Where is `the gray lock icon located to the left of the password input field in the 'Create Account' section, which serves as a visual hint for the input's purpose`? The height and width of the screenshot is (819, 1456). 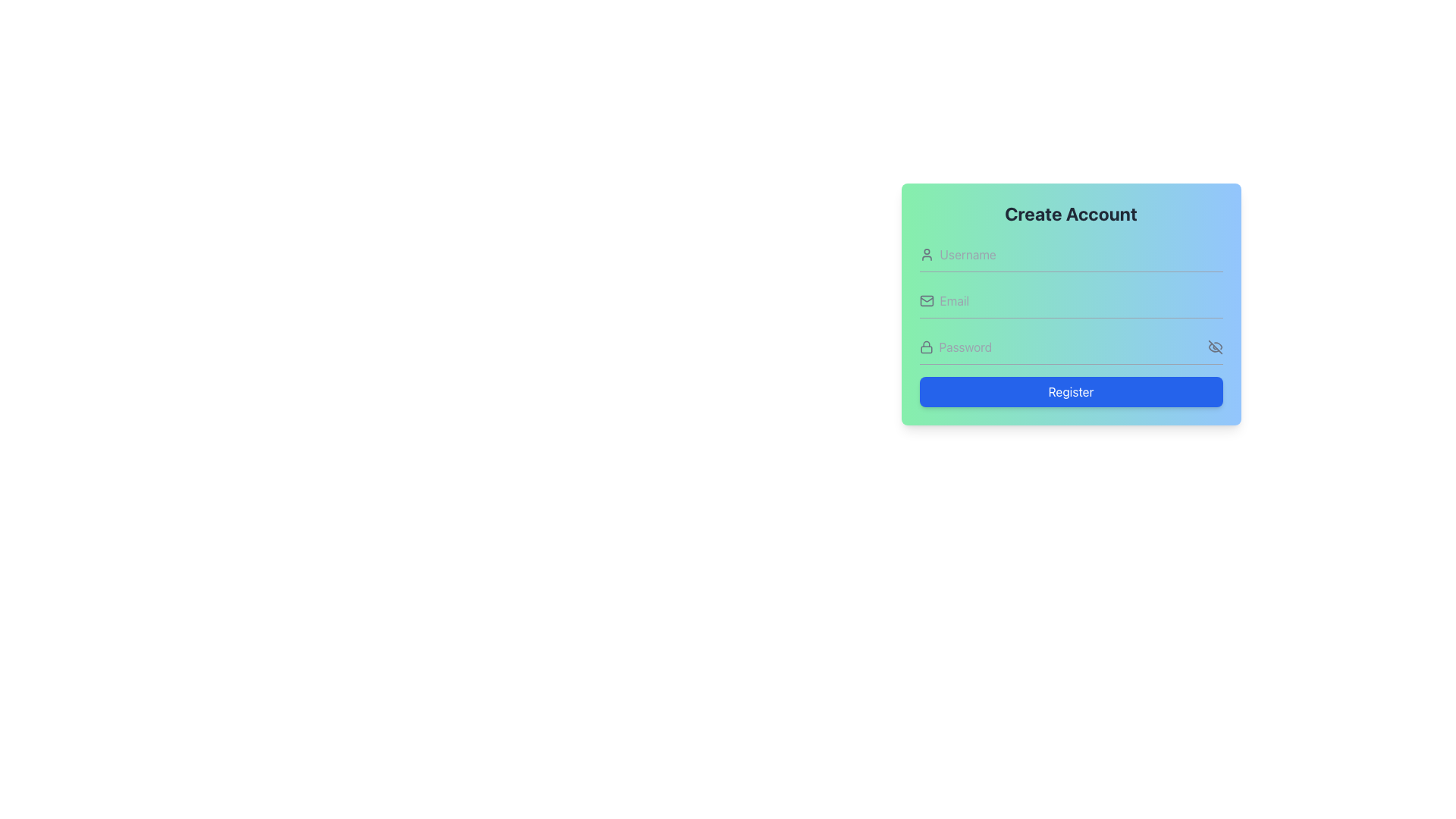
the gray lock icon located to the left of the password input field in the 'Create Account' section, which serves as a visual hint for the input's purpose is located at coordinates (925, 347).